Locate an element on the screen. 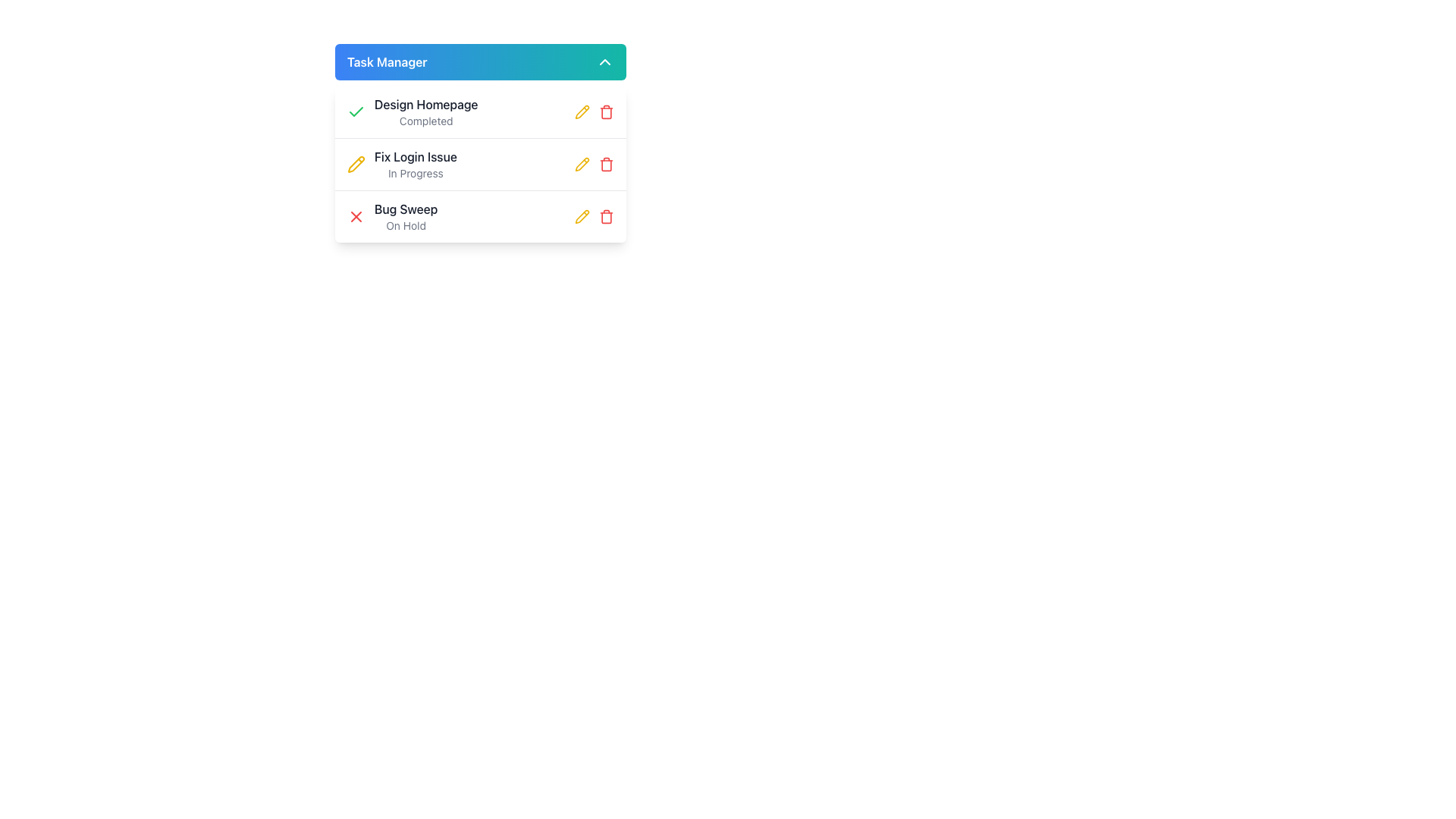  text displayed for the task named 'Fix Login Issue' with status 'In Progress', which is the second task item in the task list under the 'Task Manager' header is located at coordinates (416, 164).